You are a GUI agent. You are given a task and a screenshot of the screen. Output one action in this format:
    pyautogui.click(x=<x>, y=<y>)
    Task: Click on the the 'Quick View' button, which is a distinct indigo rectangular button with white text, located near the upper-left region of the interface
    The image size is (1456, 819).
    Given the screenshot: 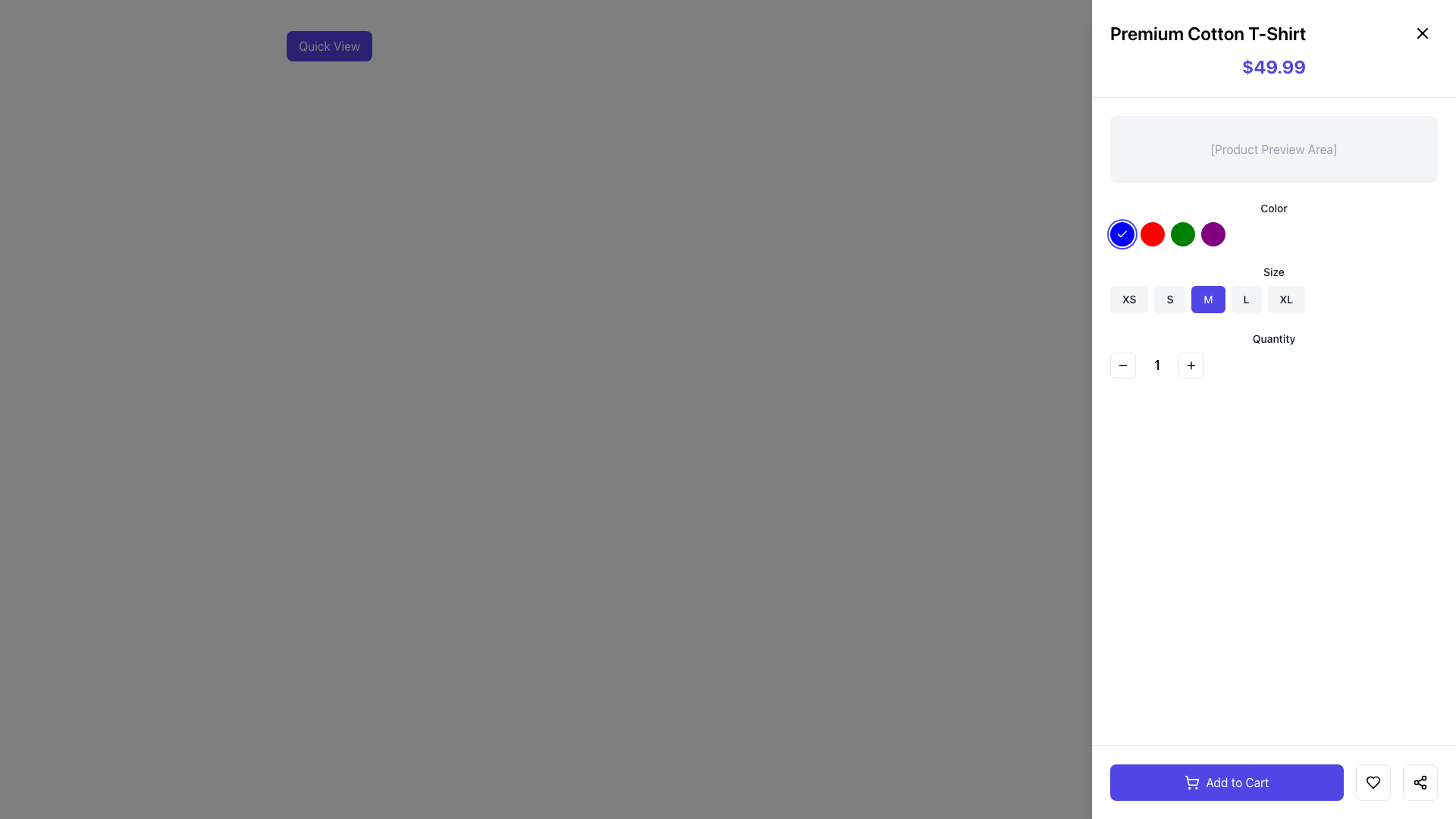 What is the action you would take?
    pyautogui.click(x=328, y=45)
    